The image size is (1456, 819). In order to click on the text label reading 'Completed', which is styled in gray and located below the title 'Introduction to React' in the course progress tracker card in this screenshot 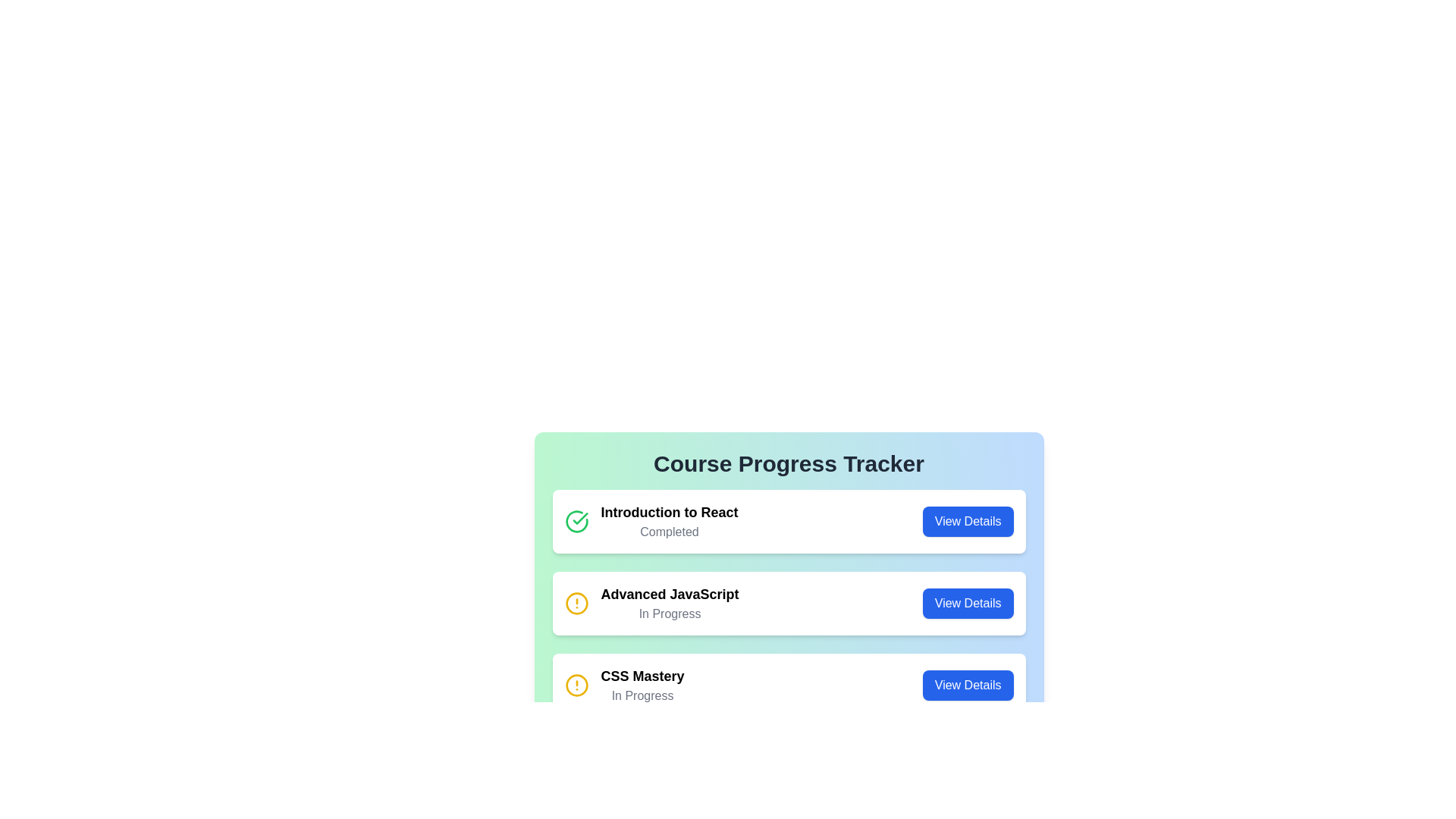, I will do `click(669, 532)`.